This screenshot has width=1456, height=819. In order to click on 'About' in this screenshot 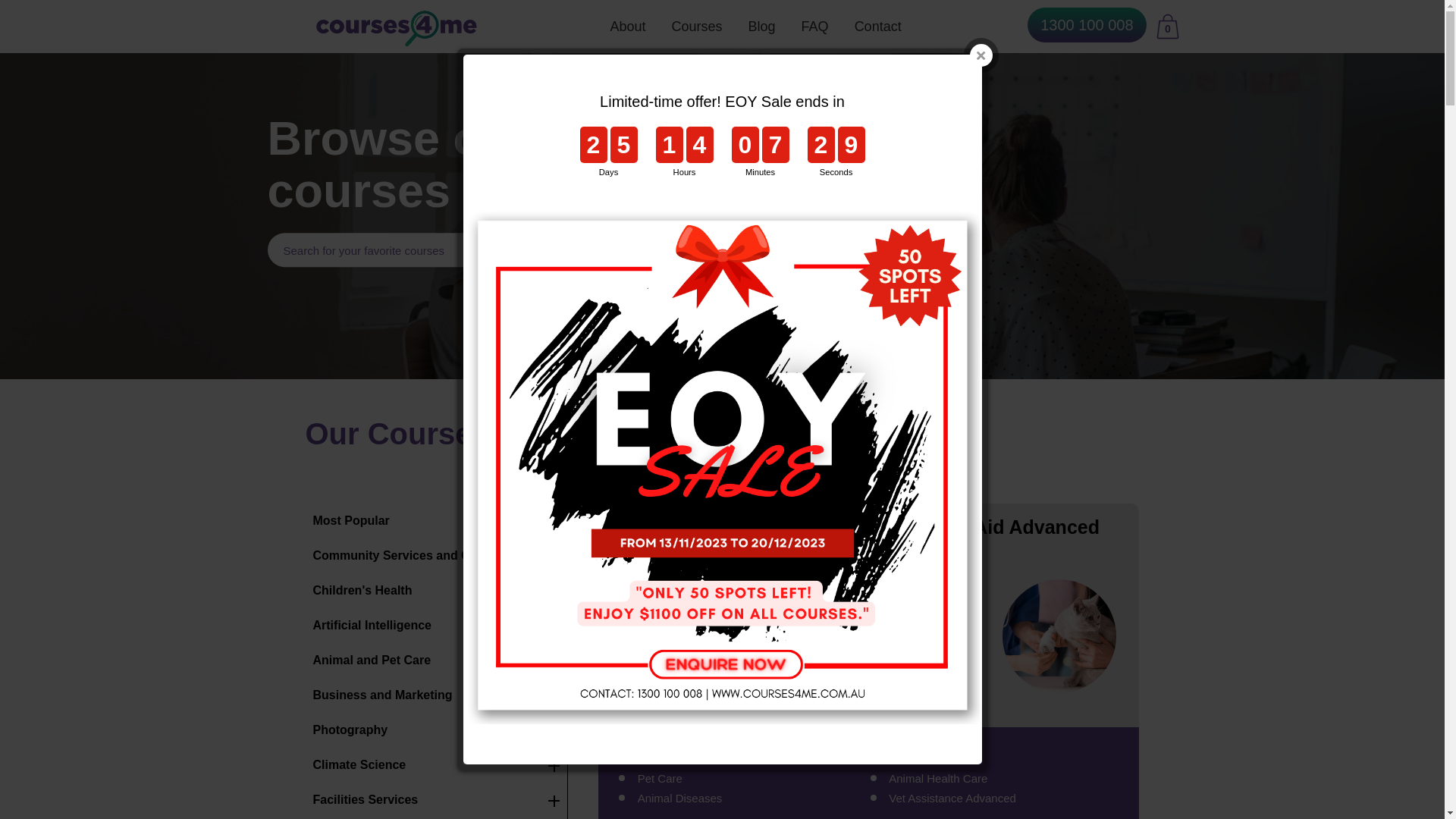, I will do `click(628, 26)`.